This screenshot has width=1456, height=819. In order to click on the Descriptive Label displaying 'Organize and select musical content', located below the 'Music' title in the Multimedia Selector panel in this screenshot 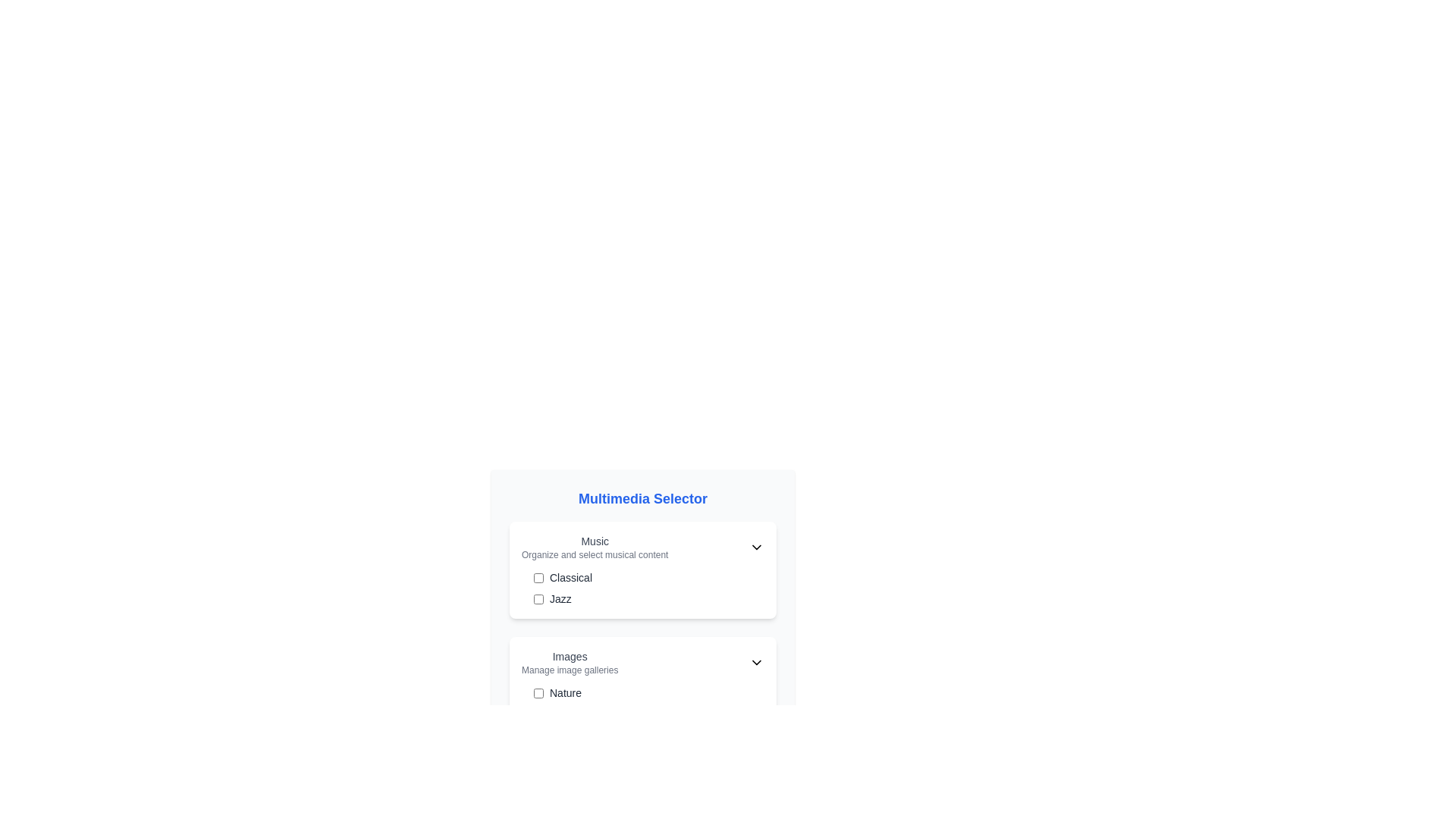, I will do `click(594, 555)`.